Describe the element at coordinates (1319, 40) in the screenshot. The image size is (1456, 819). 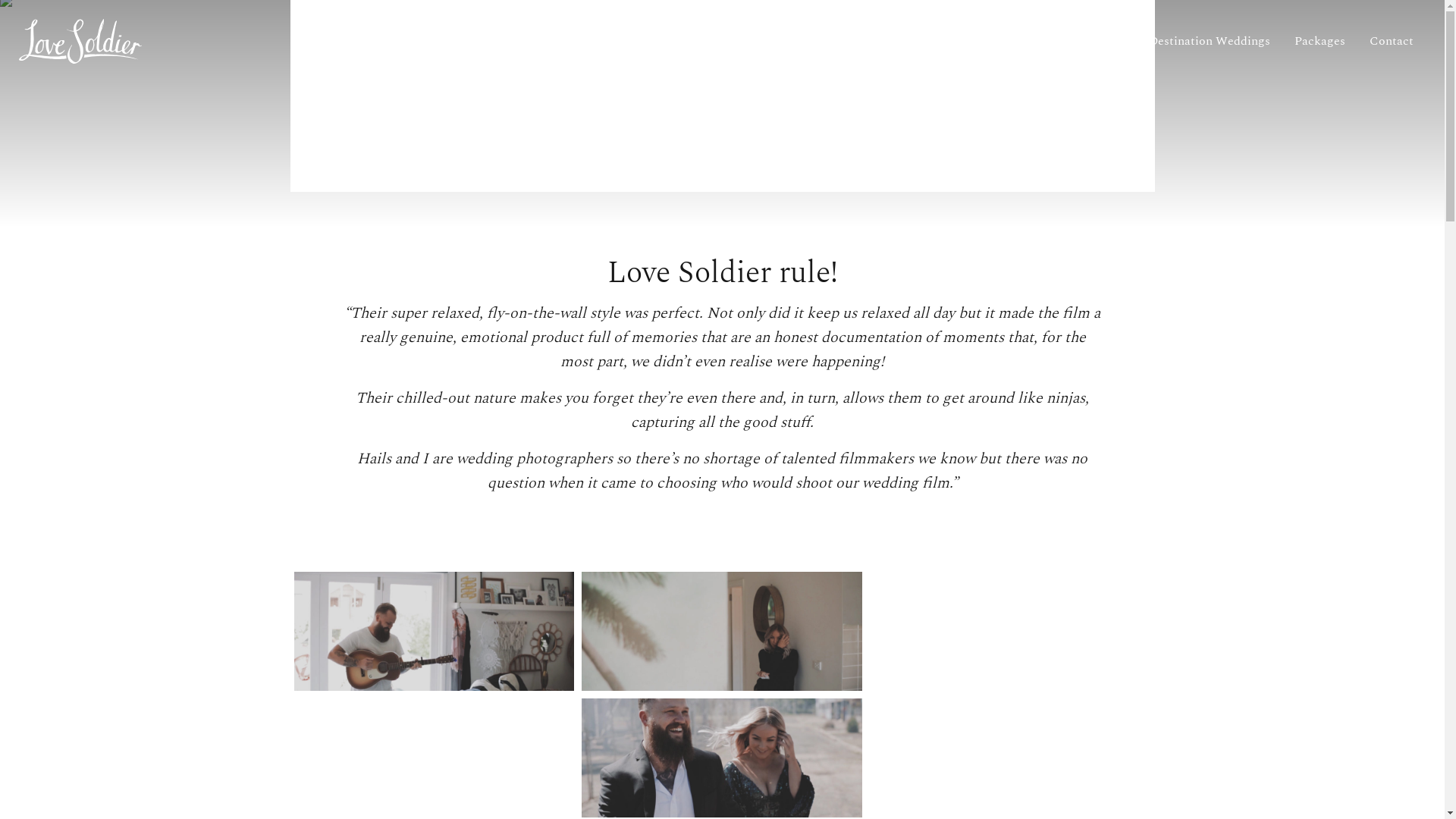
I see `'Packages'` at that location.